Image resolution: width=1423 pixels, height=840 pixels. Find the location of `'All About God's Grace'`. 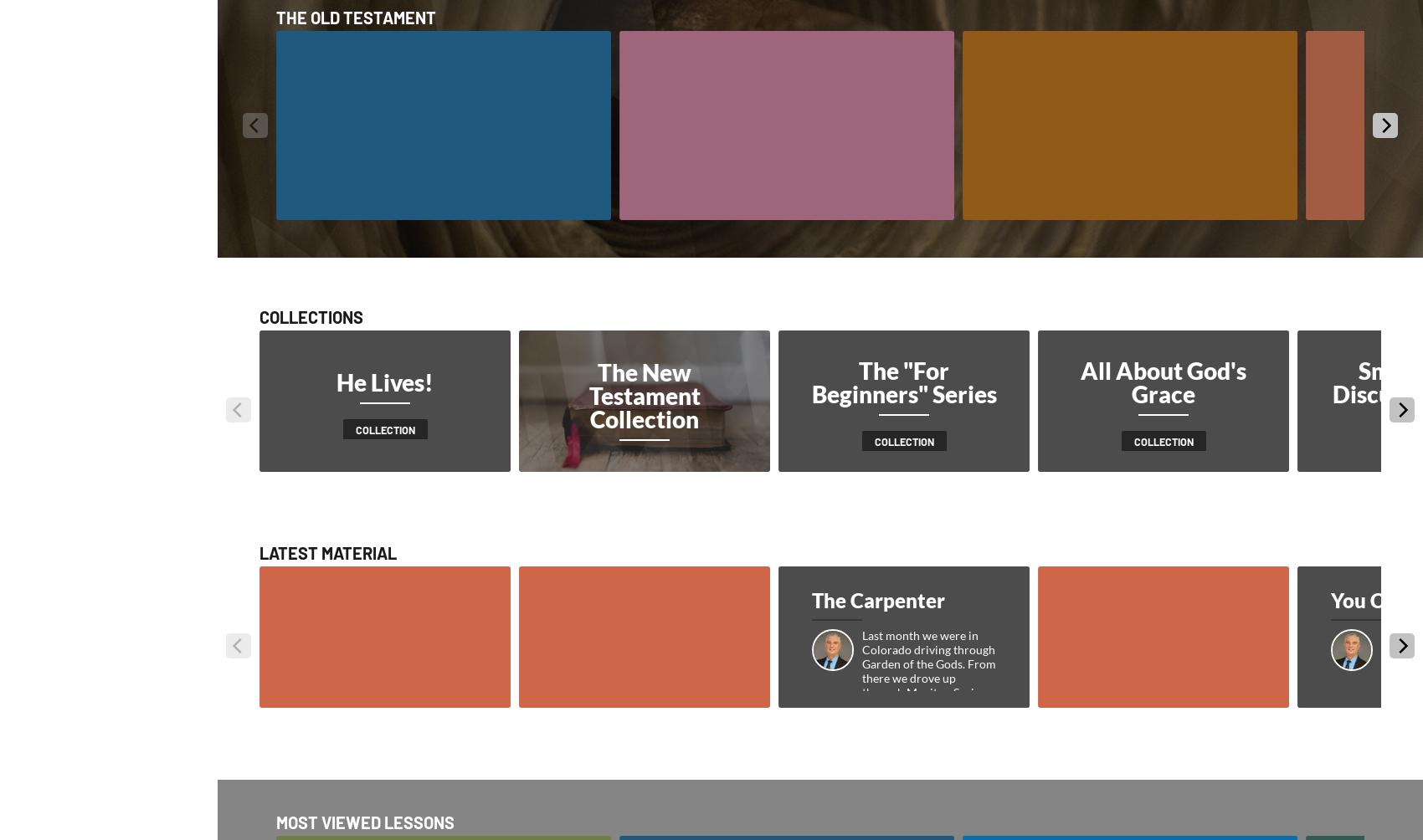

'All About God's Grace' is located at coordinates (1162, 382).